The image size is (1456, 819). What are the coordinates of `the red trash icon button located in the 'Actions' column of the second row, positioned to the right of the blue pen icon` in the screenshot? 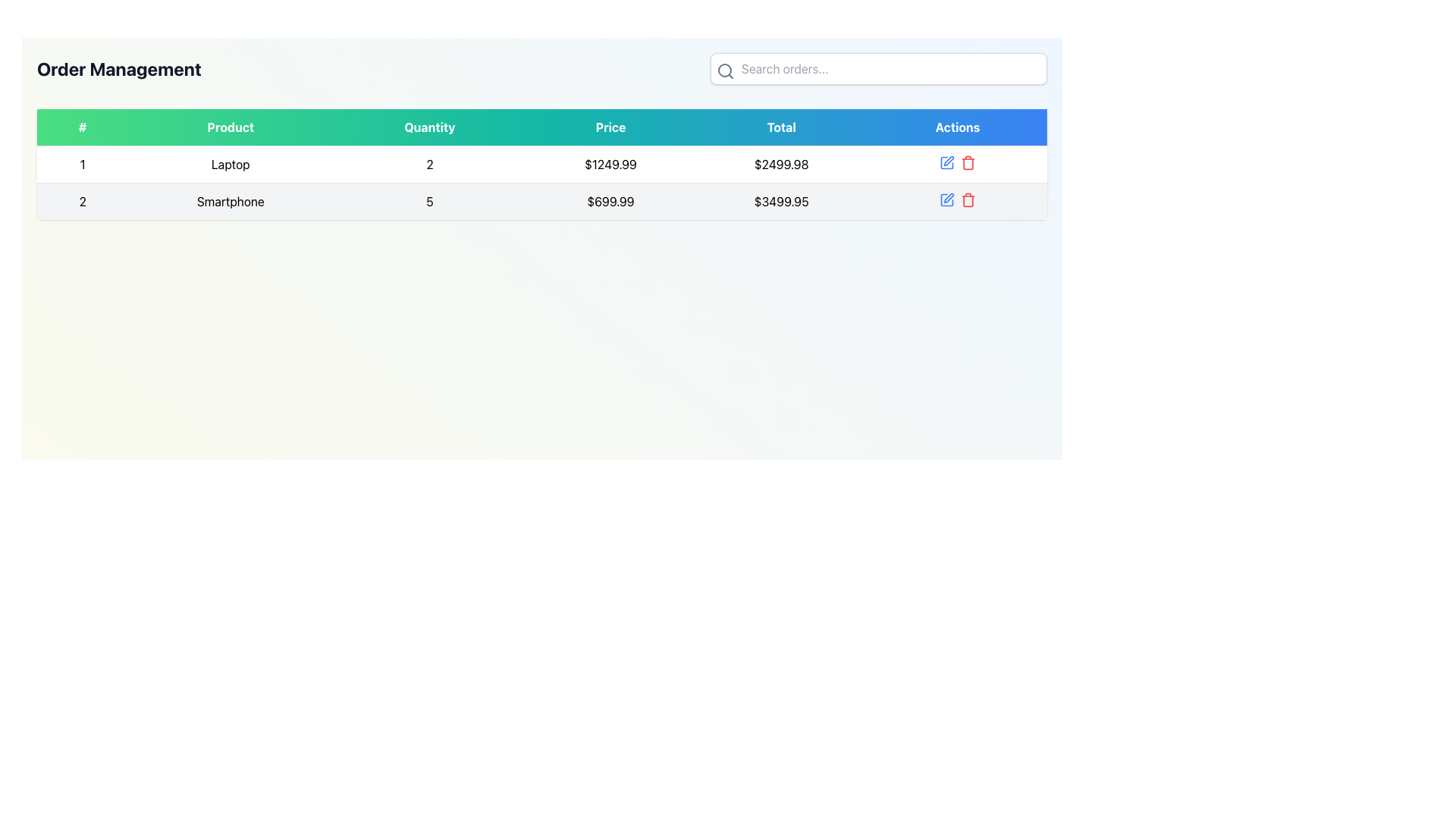 It's located at (967, 163).